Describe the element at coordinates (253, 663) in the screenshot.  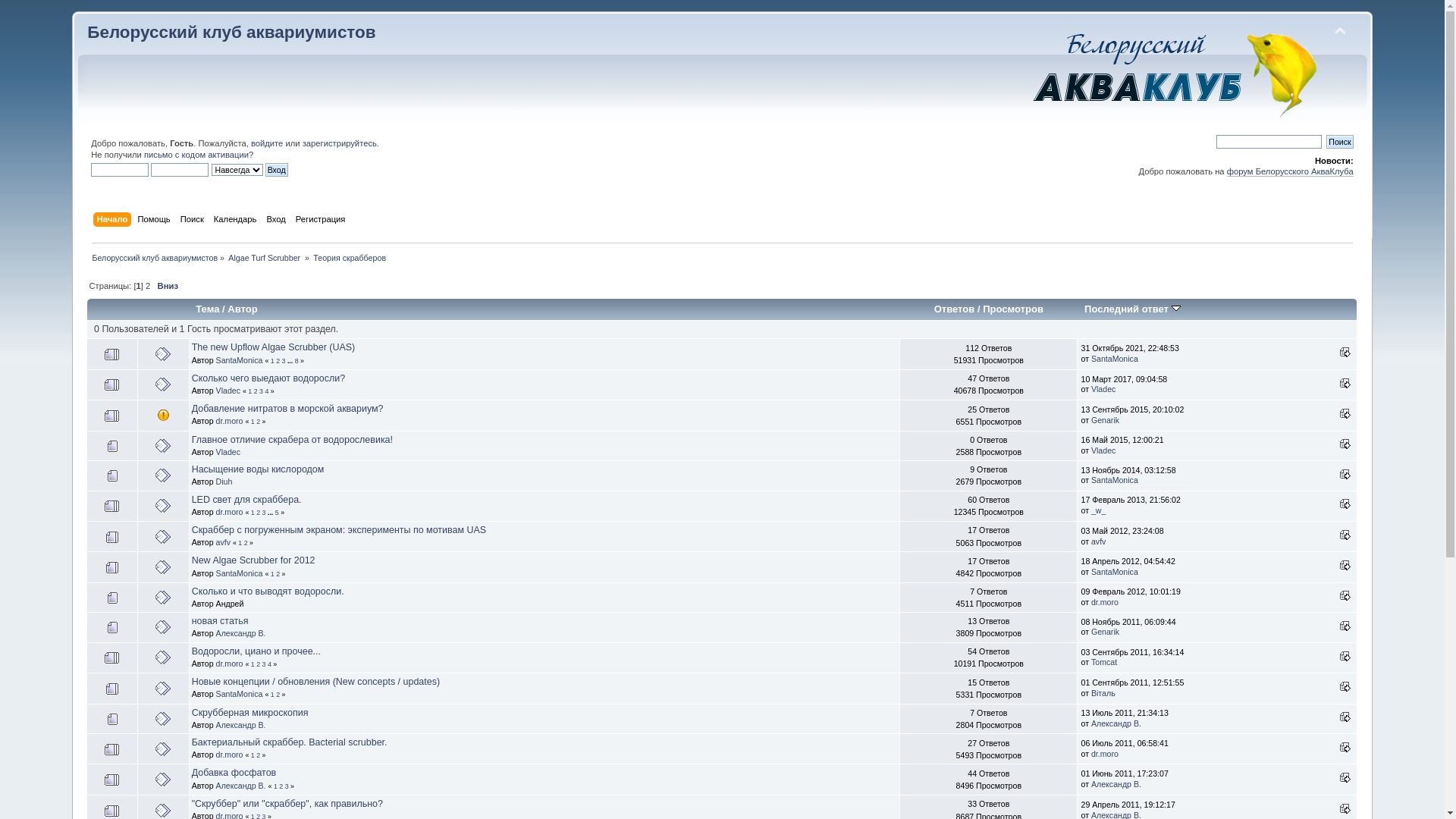
I see `'1'` at that location.